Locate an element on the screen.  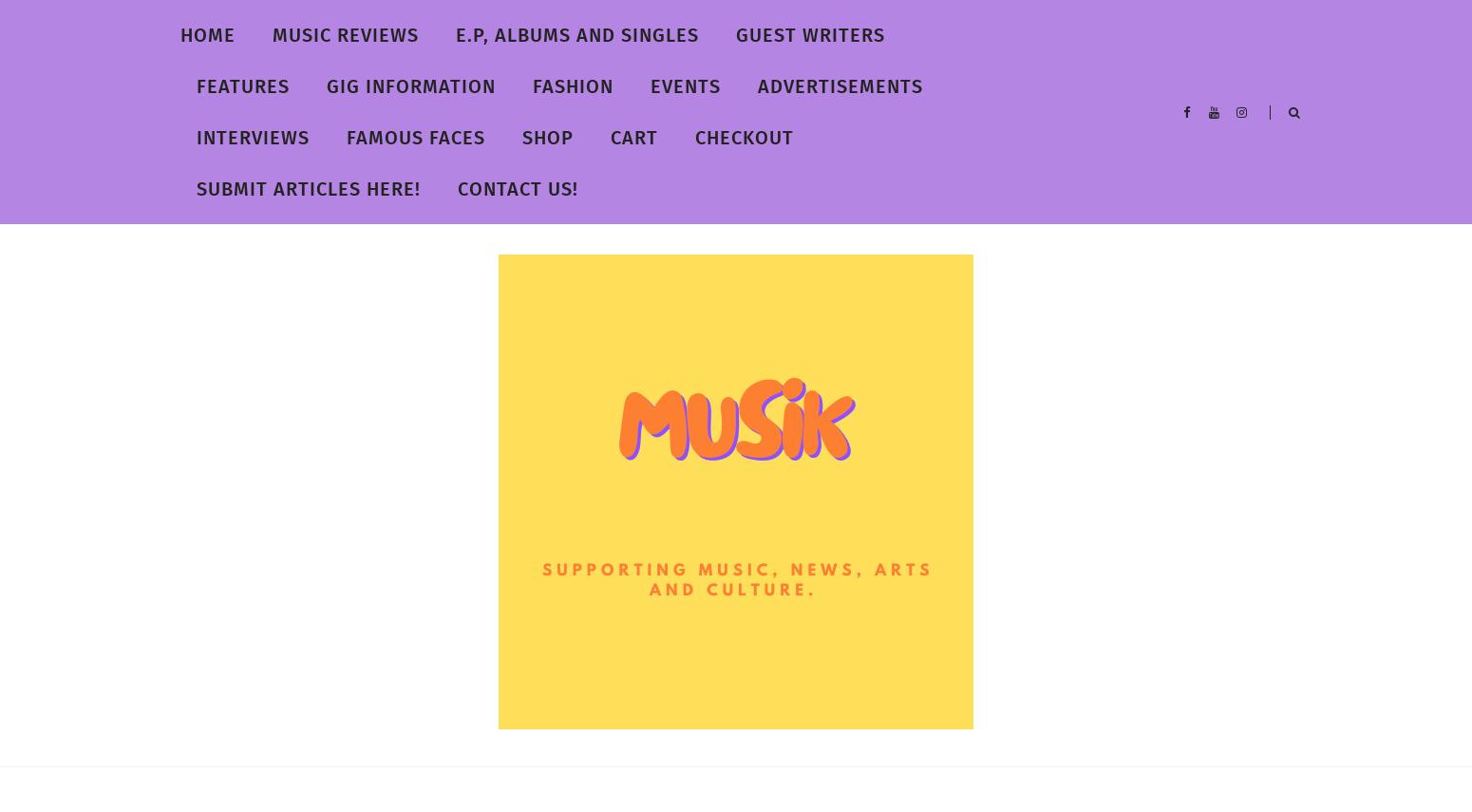
'Musik Magazine' is located at coordinates (297, 760).